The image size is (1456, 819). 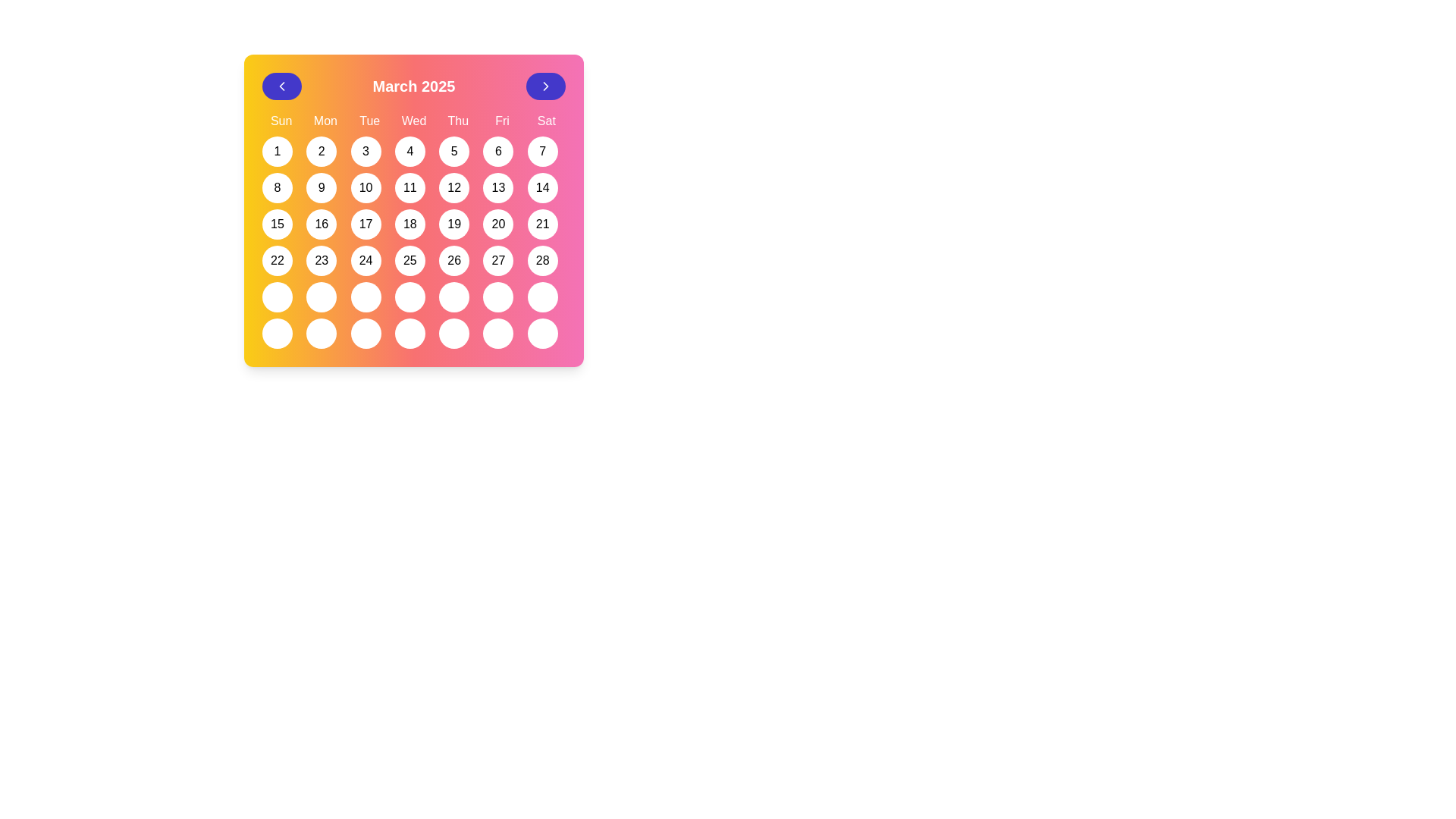 I want to click on the button representing the 14th day in the calendar view under the 'Sat' column, so click(x=542, y=187).